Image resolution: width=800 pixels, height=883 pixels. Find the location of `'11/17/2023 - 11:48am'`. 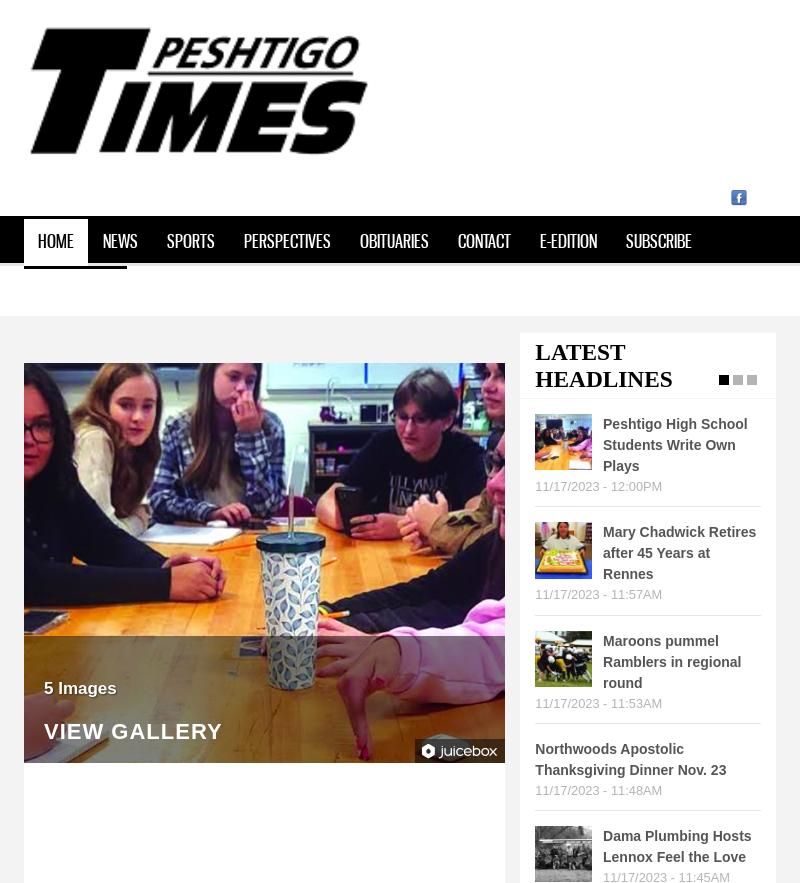

'11/17/2023 - 11:48am' is located at coordinates (597, 788).